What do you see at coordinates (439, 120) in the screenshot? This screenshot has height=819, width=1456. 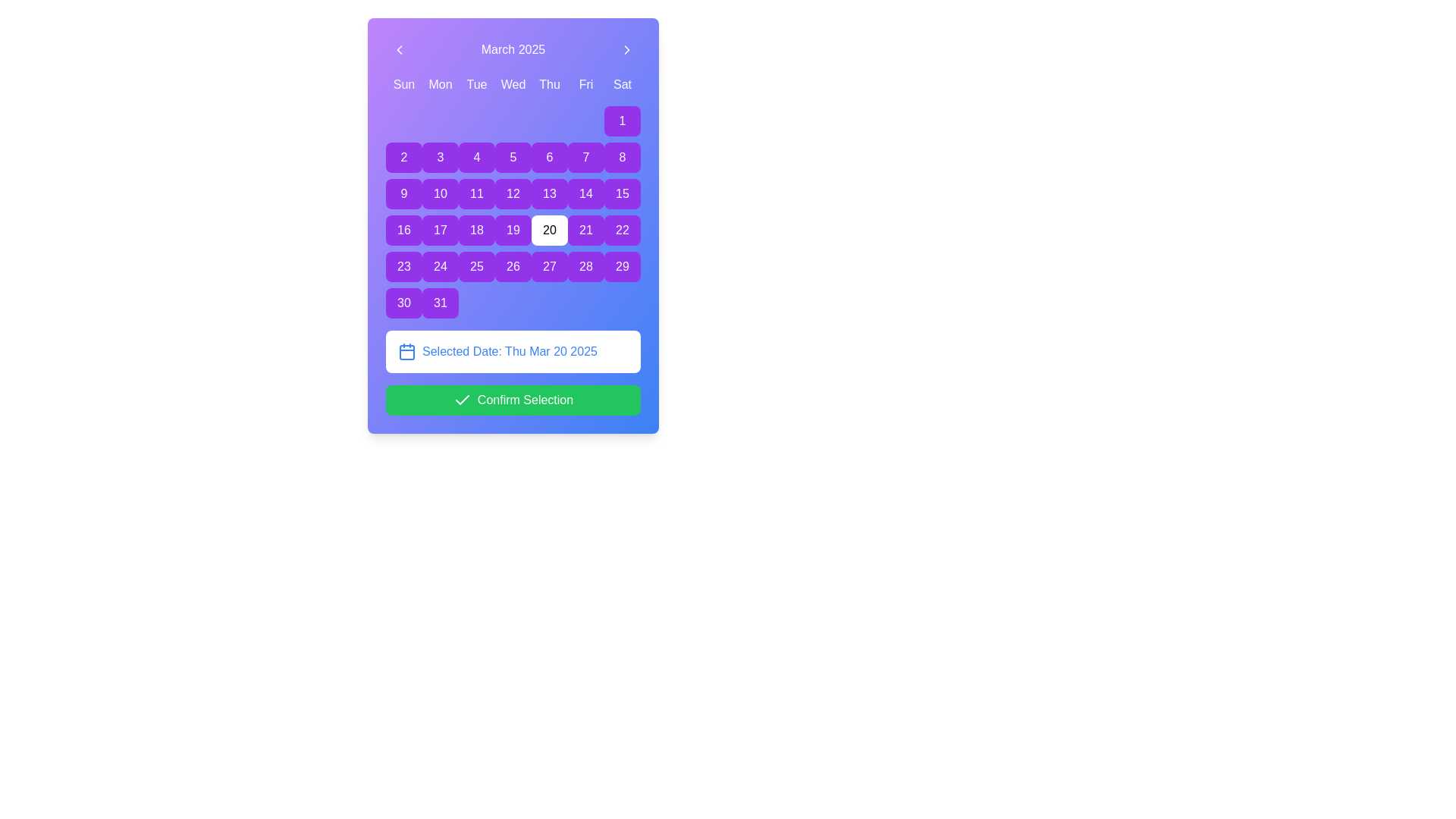 I see `the second unit in the first row of the calendar grid layout, which is a blank space representing a placeholder or empty grid cell` at bounding box center [439, 120].